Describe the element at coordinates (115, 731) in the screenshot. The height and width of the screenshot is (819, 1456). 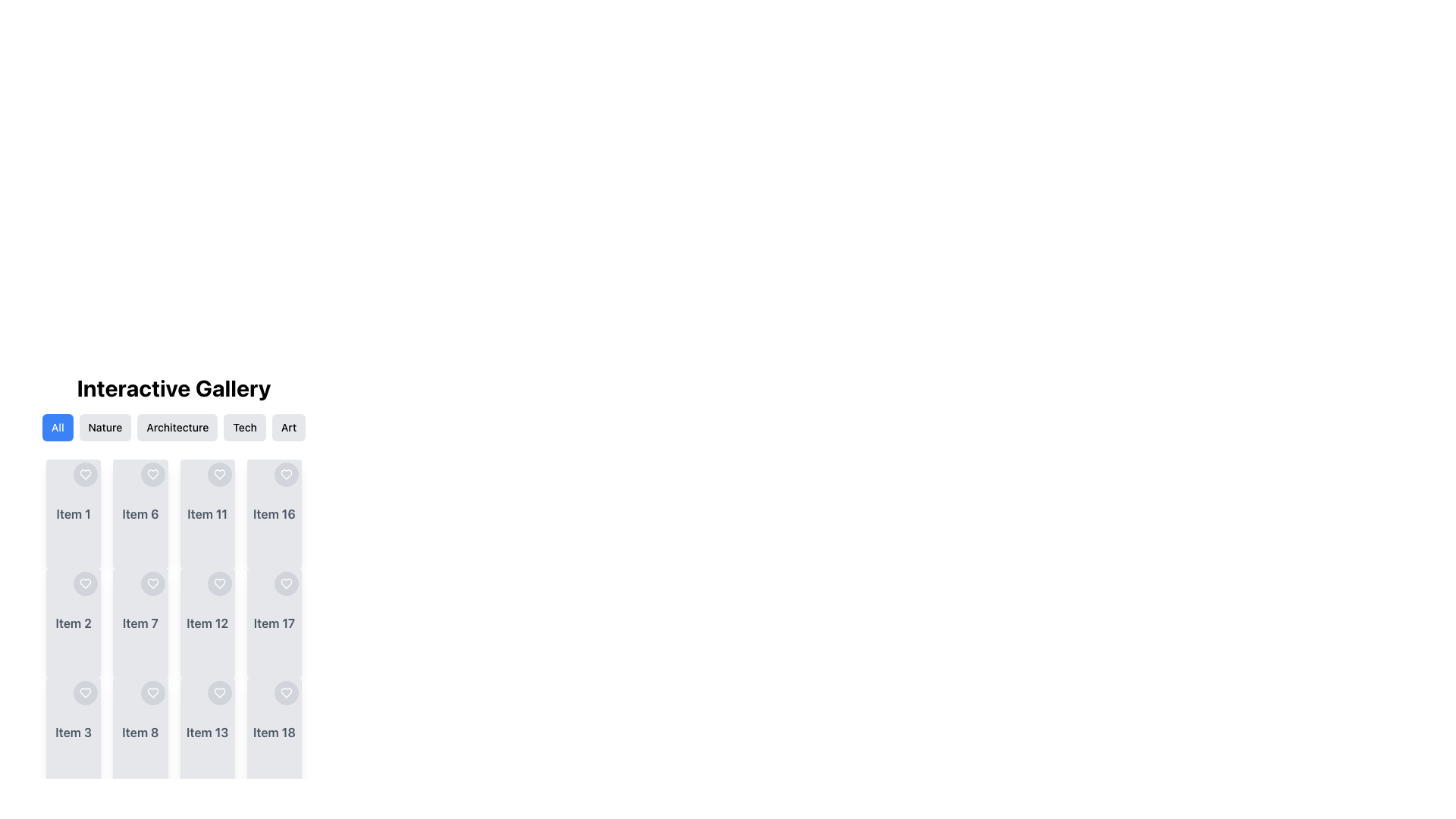
I see `the 'View Details' button which contains the zoom-in icon with a plus sign. This button is located at the bottom-right corner of the 'Item 8' card` at that location.